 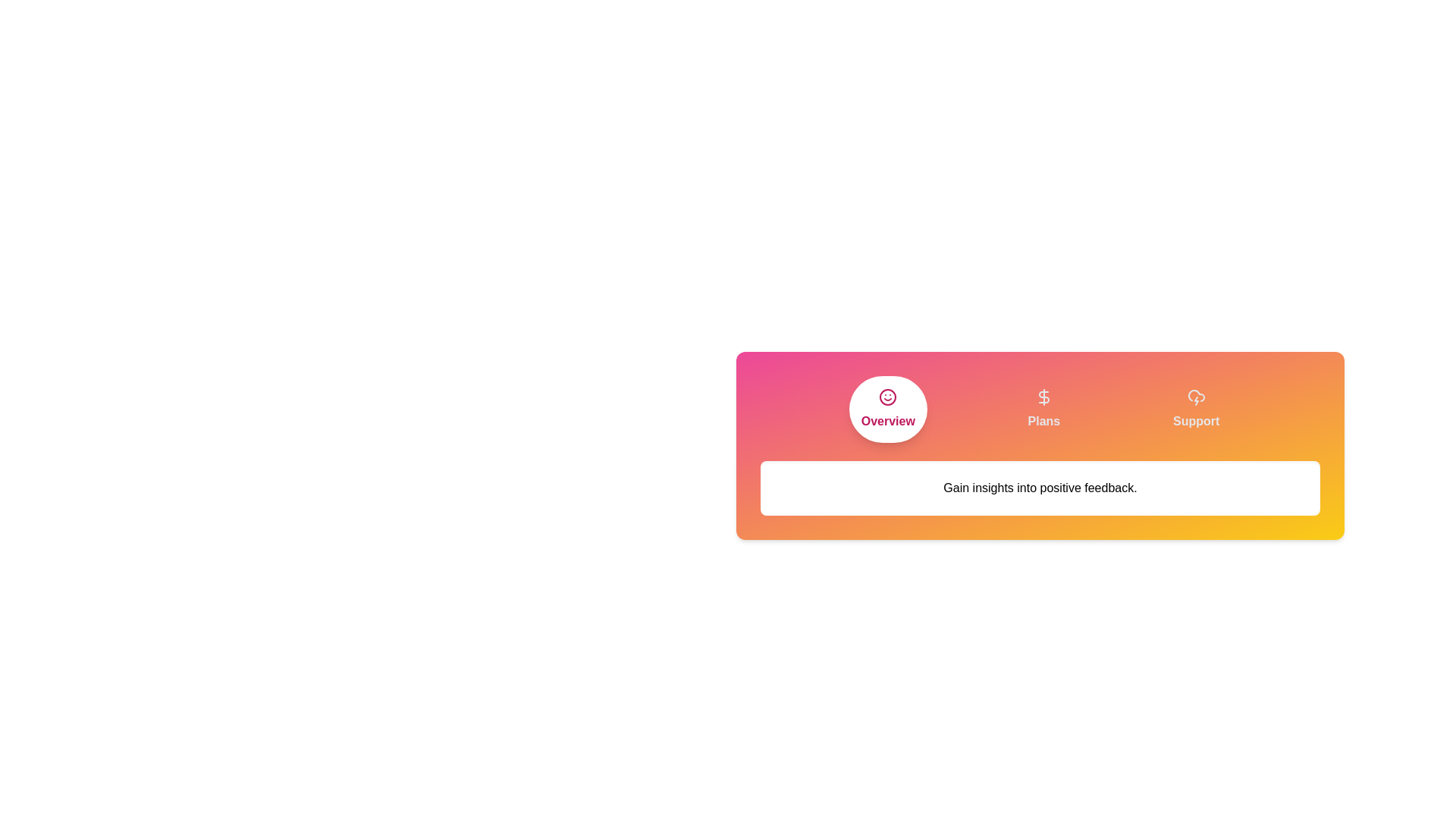 What do you see at coordinates (1195, 409) in the screenshot?
I see `the Support tab` at bounding box center [1195, 409].